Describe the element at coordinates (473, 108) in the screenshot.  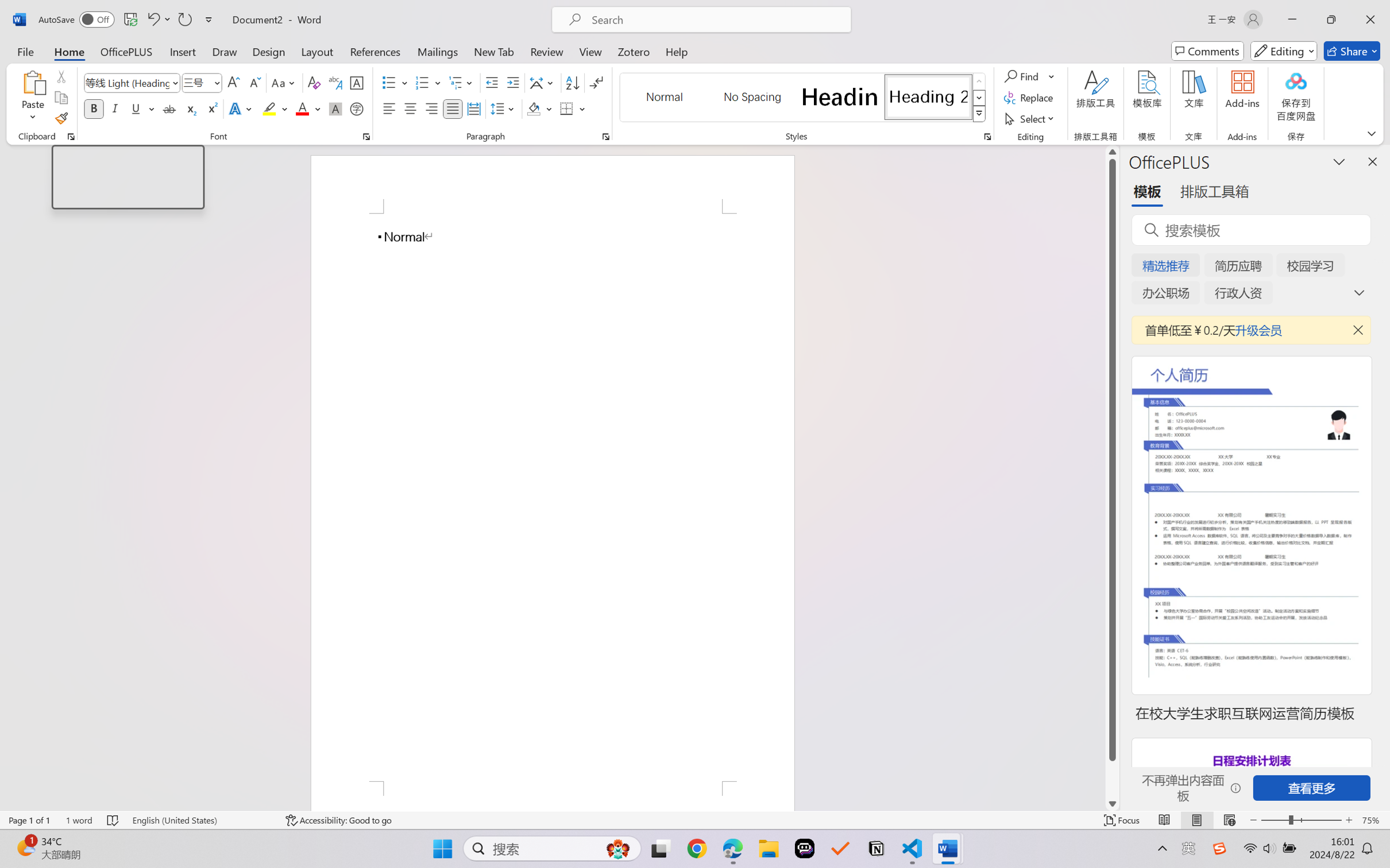
I see `'Distributed'` at that location.